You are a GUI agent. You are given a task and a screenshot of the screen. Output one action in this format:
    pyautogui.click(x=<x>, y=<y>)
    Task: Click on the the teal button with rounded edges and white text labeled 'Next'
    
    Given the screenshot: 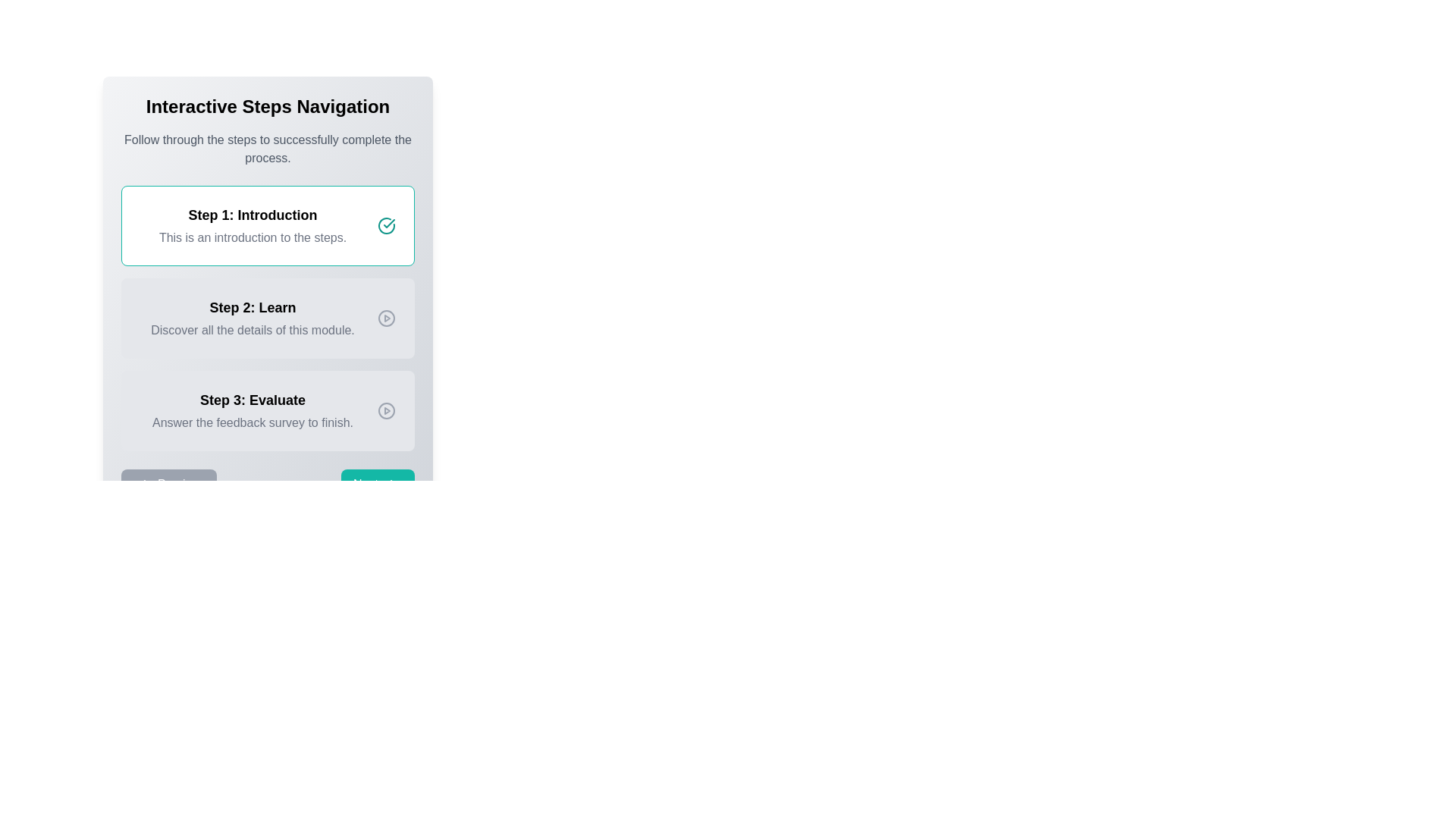 What is the action you would take?
    pyautogui.click(x=378, y=485)
    